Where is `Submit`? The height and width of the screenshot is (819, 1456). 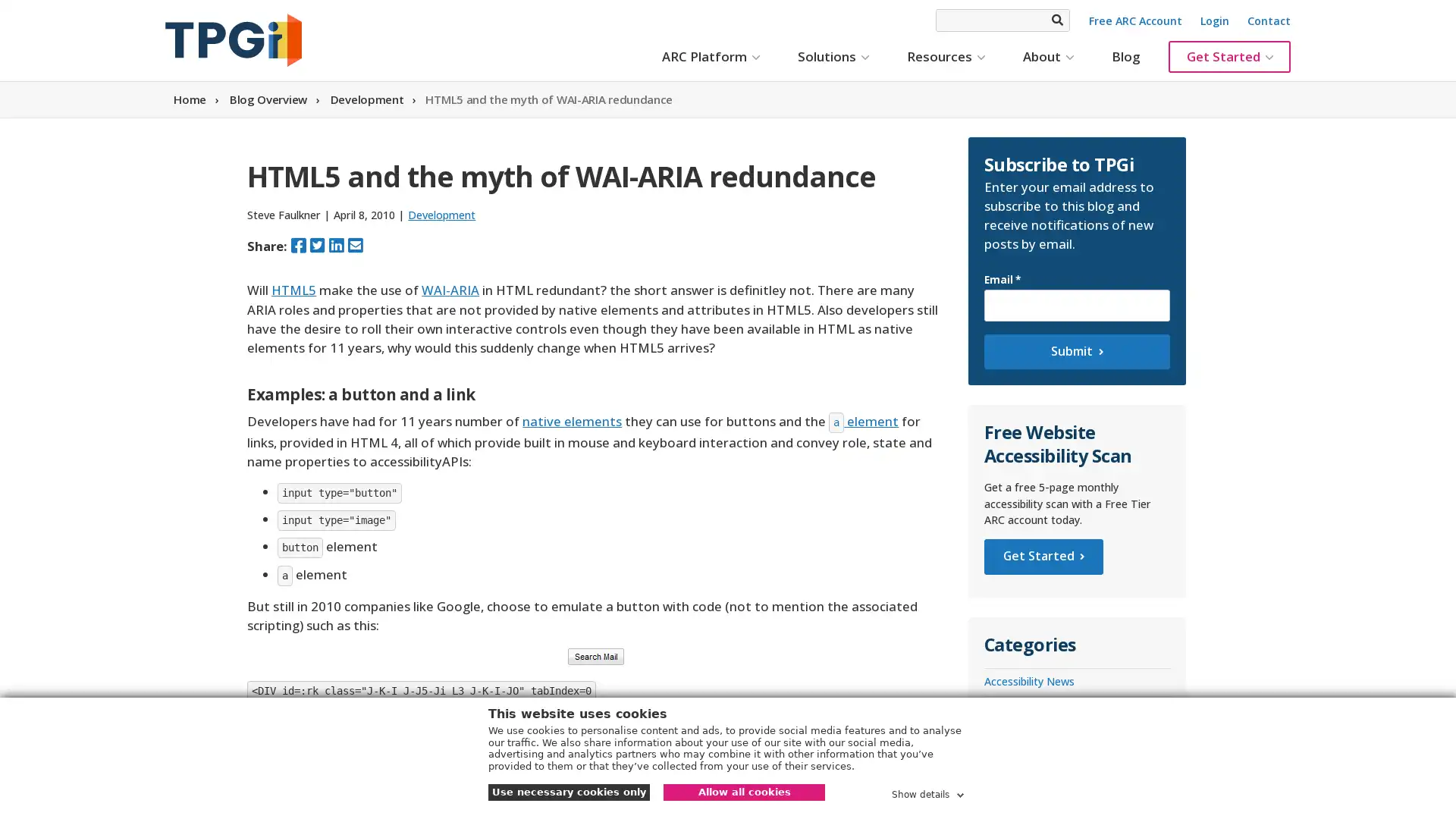 Submit is located at coordinates (1075, 351).